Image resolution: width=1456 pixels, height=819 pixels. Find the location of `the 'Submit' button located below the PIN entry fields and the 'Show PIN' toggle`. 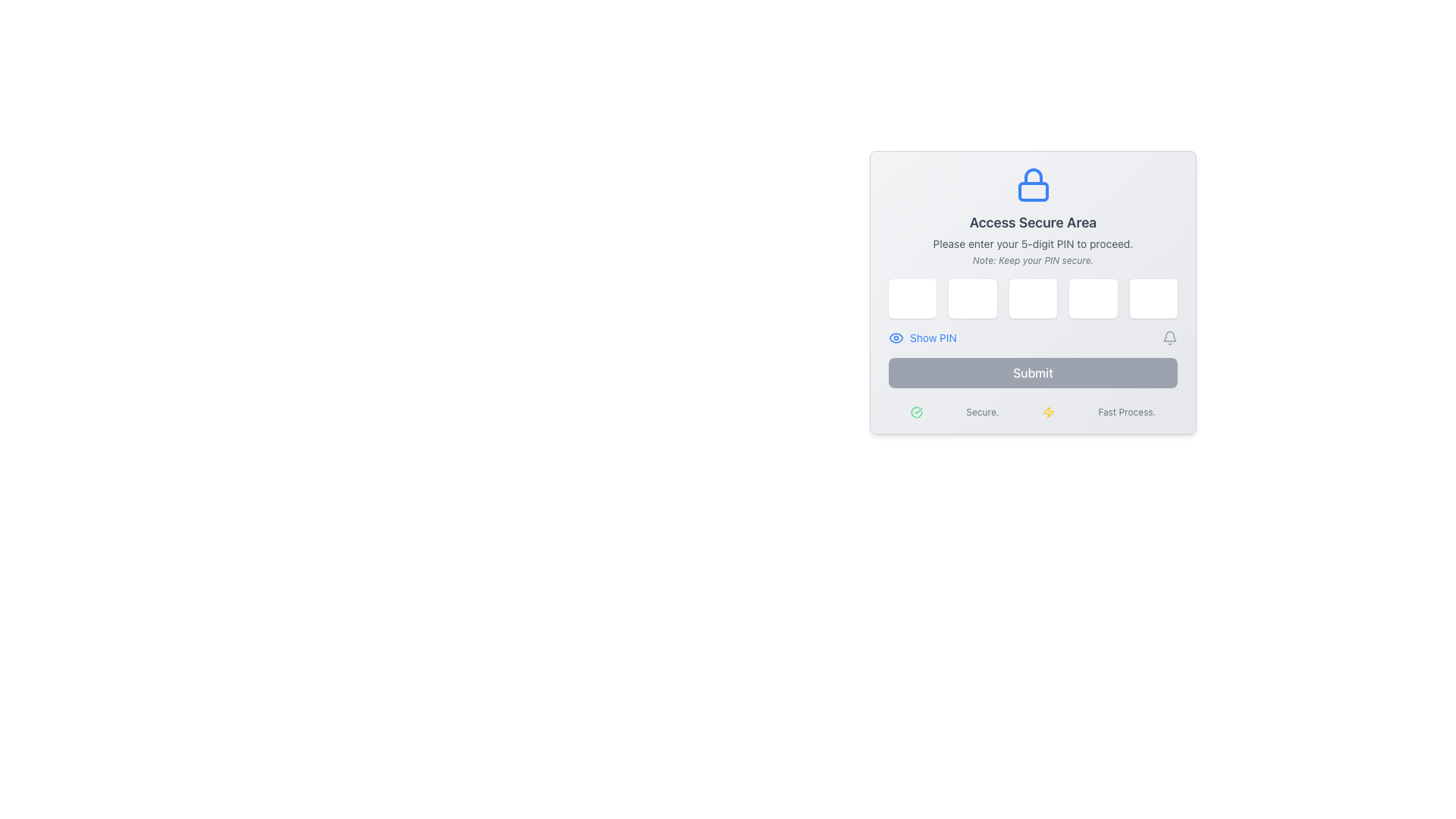

the 'Submit' button located below the PIN entry fields and the 'Show PIN' toggle is located at coordinates (1032, 373).